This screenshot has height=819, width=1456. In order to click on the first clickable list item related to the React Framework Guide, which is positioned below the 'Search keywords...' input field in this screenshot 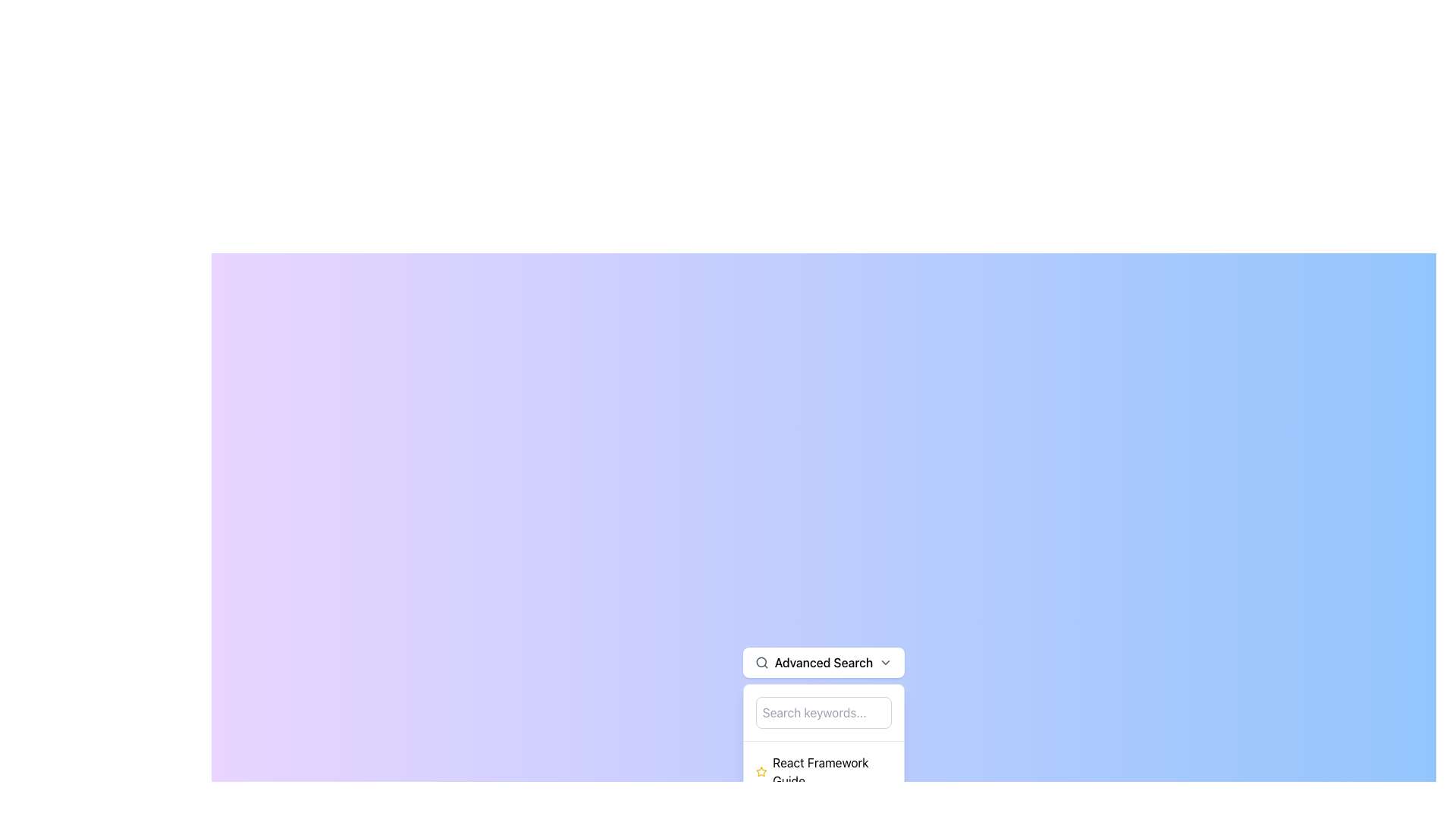, I will do `click(823, 772)`.